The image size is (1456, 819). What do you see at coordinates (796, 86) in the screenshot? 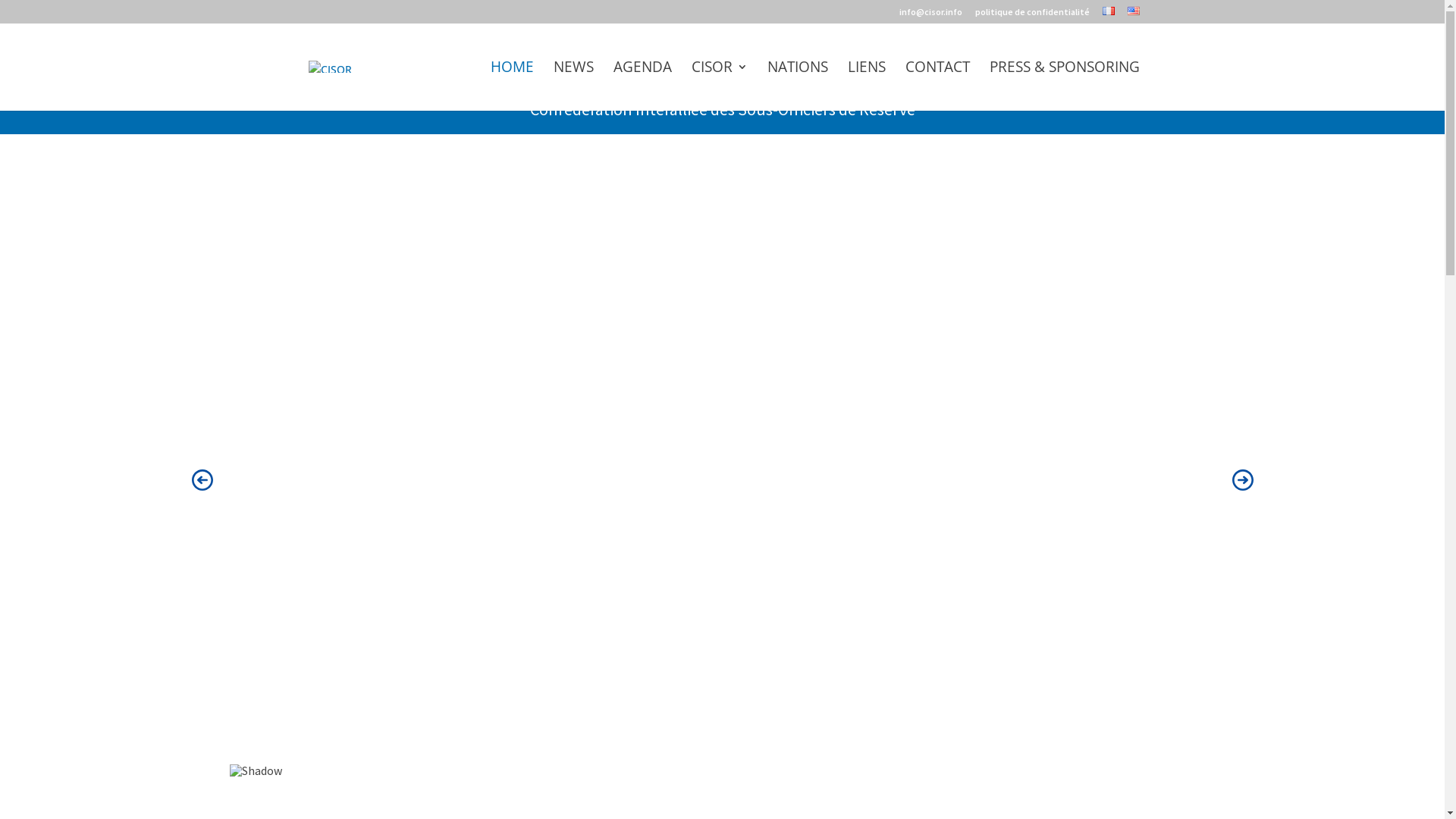
I see `'NATIONS'` at bounding box center [796, 86].